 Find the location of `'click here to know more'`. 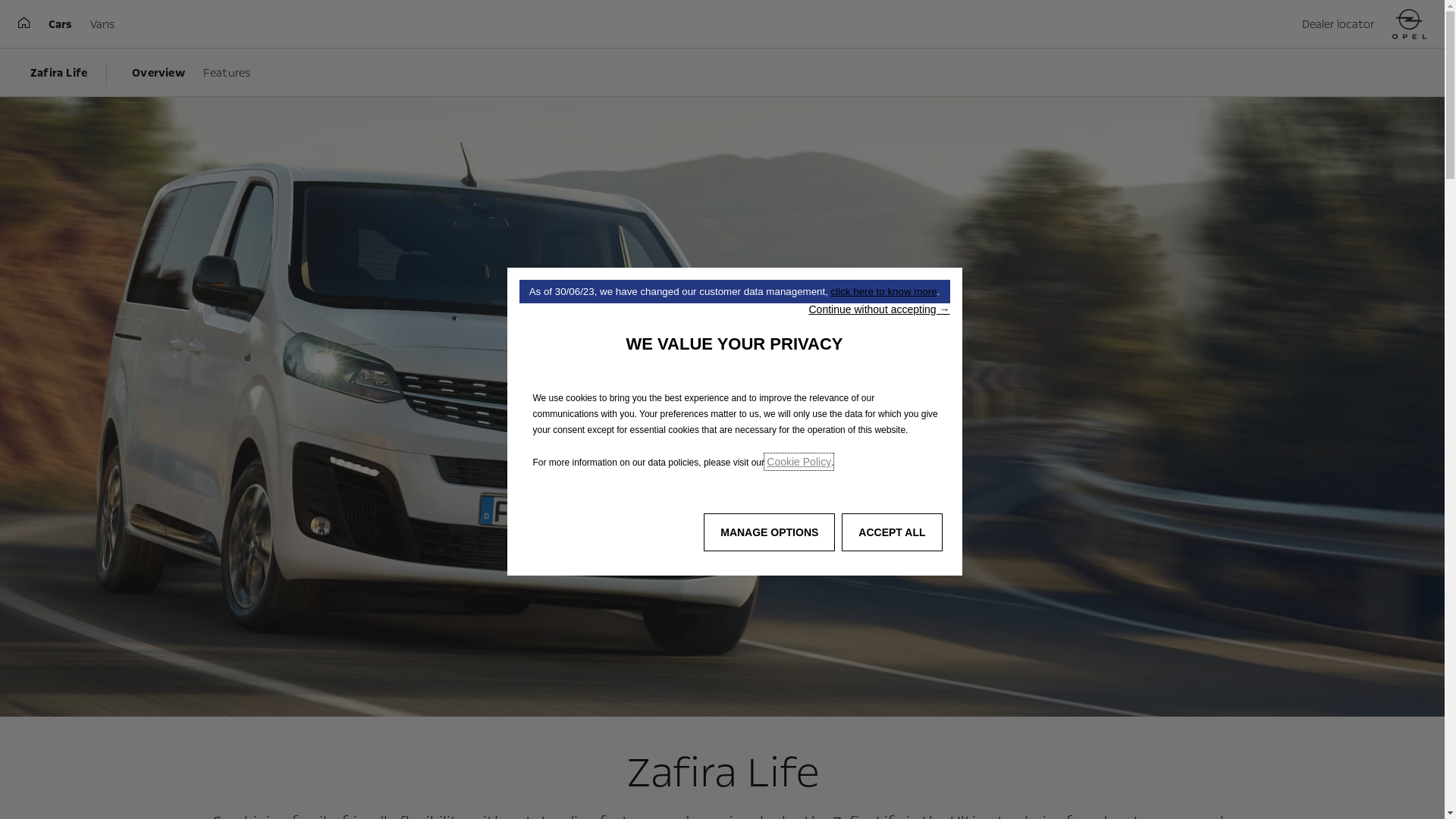

'click here to know more' is located at coordinates (884, 291).